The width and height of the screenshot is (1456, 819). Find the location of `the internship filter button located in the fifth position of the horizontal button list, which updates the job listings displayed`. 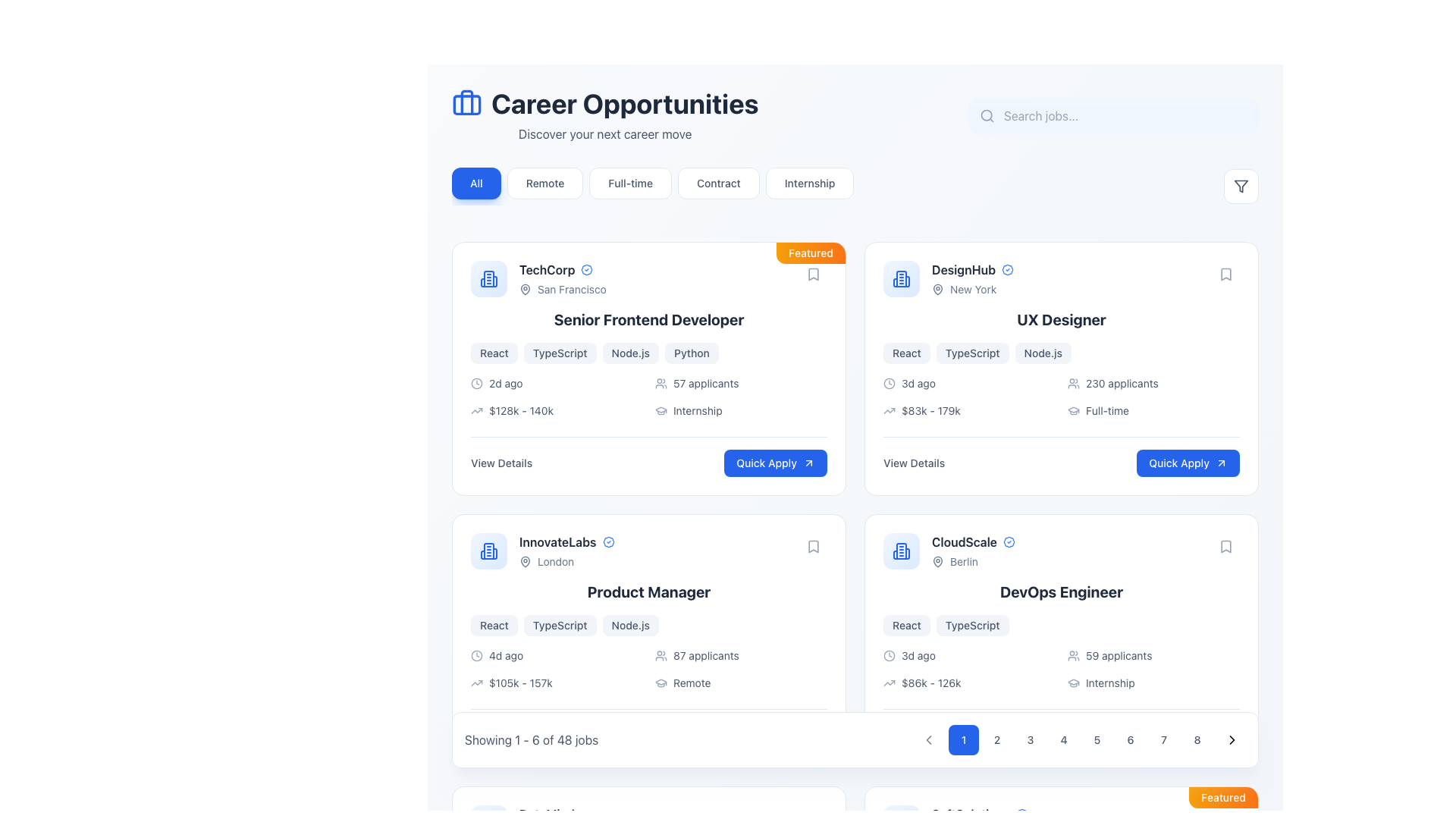

the internship filter button located in the fifth position of the horizontal button list, which updates the job listings displayed is located at coordinates (809, 183).